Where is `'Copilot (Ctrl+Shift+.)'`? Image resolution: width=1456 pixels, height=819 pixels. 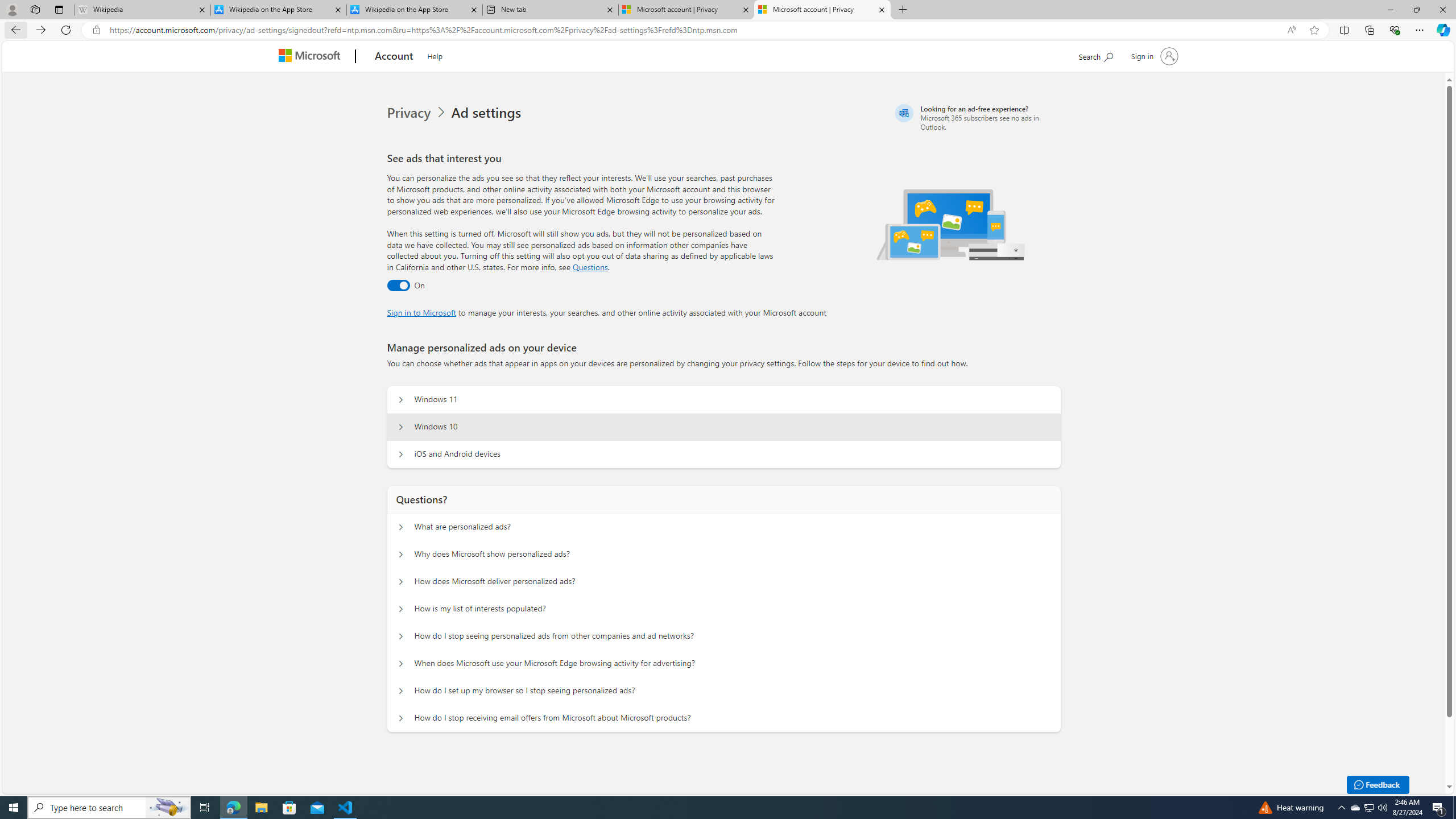
'Copilot (Ctrl+Shift+.)' is located at coordinates (1442, 29).